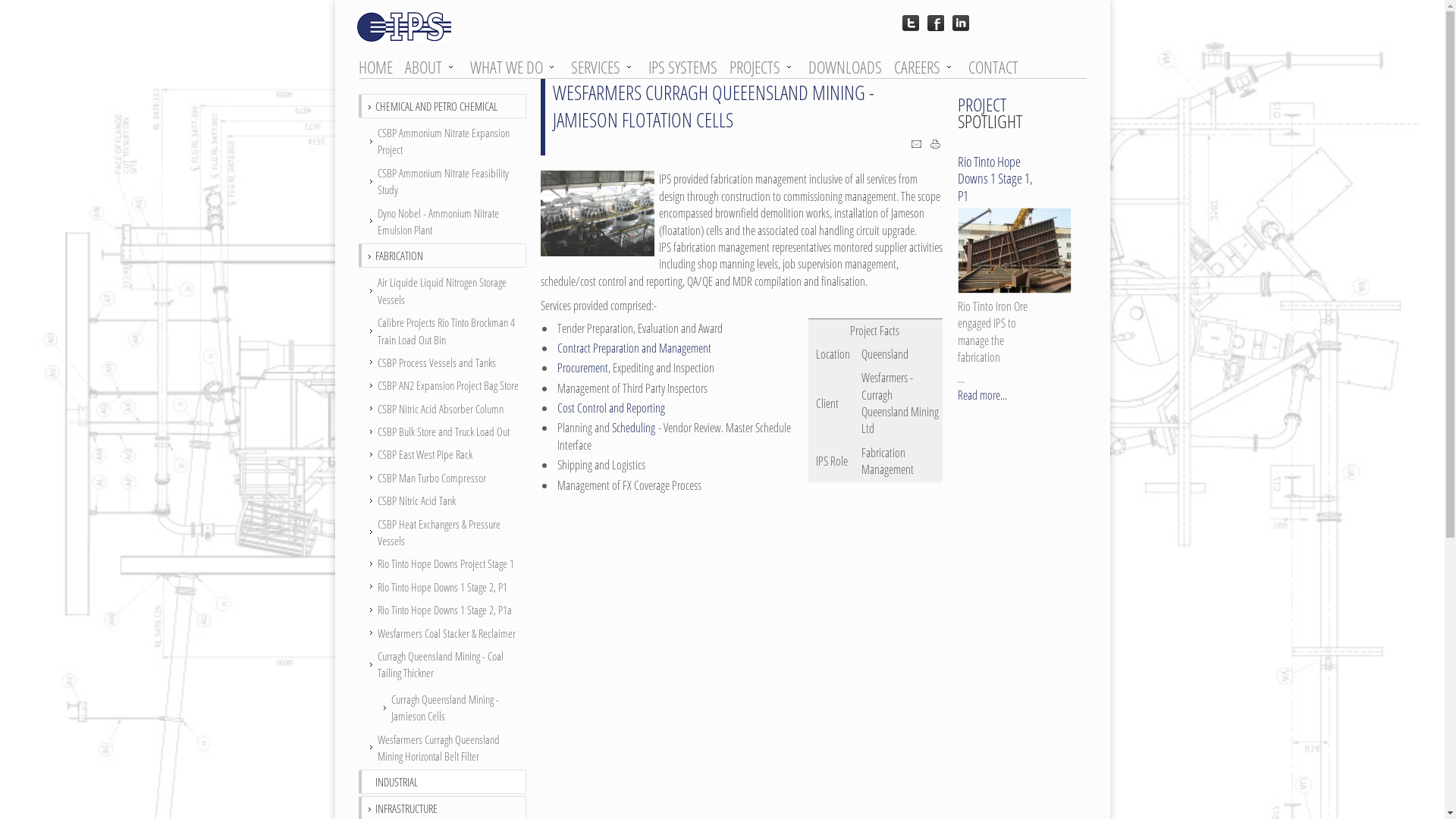  What do you see at coordinates (442, 330) in the screenshot?
I see `'Calibre Projects Rio Tinto Brockman 4 Train Load Out Bin'` at bounding box center [442, 330].